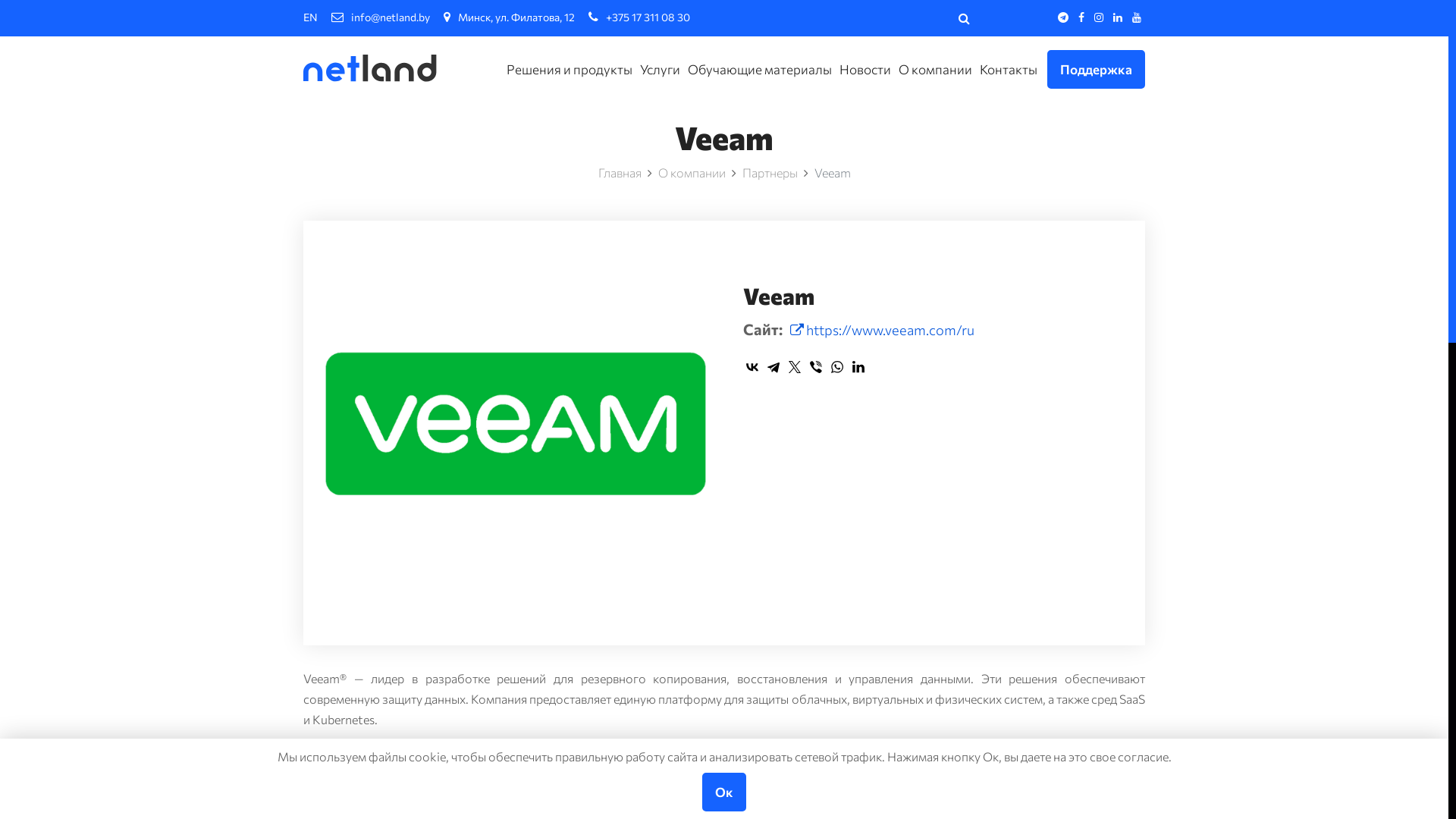 The width and height of the screenshot is (1456, 819). Describe the element at coordinates (814, 366) in the screenshot. I see `'Viber'` at that location.